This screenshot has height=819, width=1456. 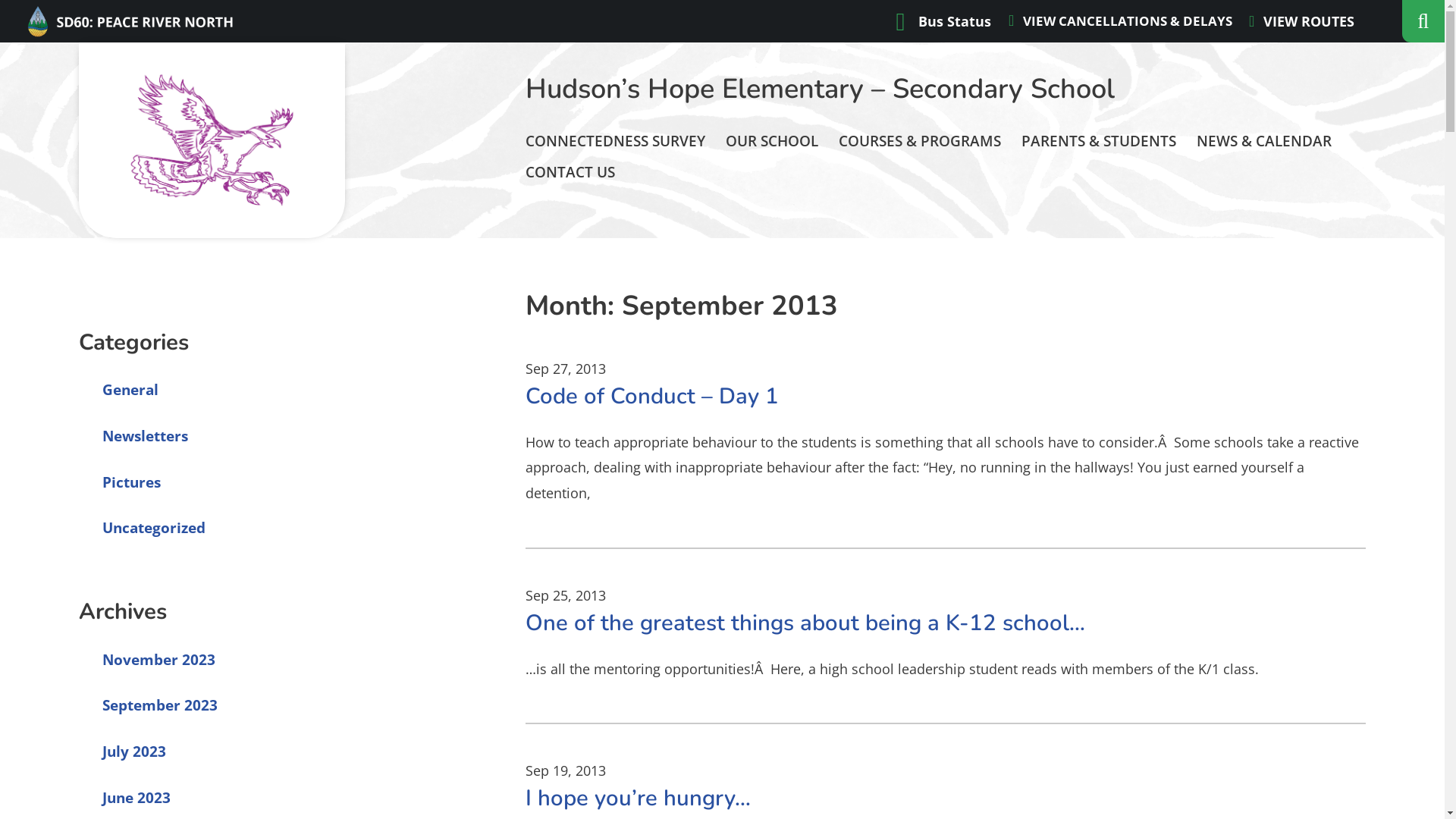 I want to click on 'OUR SCHOOL', so click(x=771, y=141).